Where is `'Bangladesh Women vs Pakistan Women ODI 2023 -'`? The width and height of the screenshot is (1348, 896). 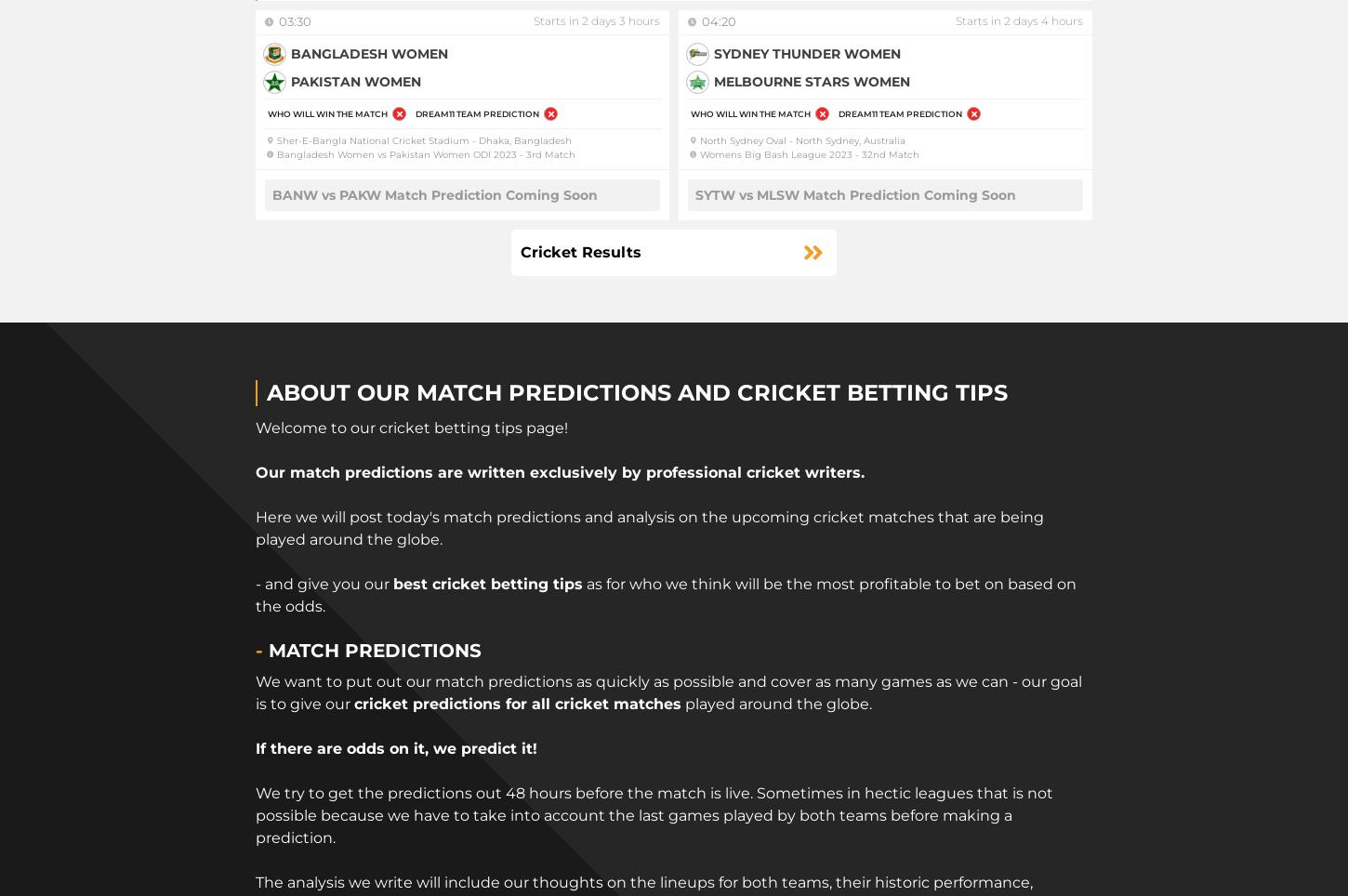 'Bangladesh Women vs Pakistan Women ODI 2023 -' is located at coordinates (400, 152).